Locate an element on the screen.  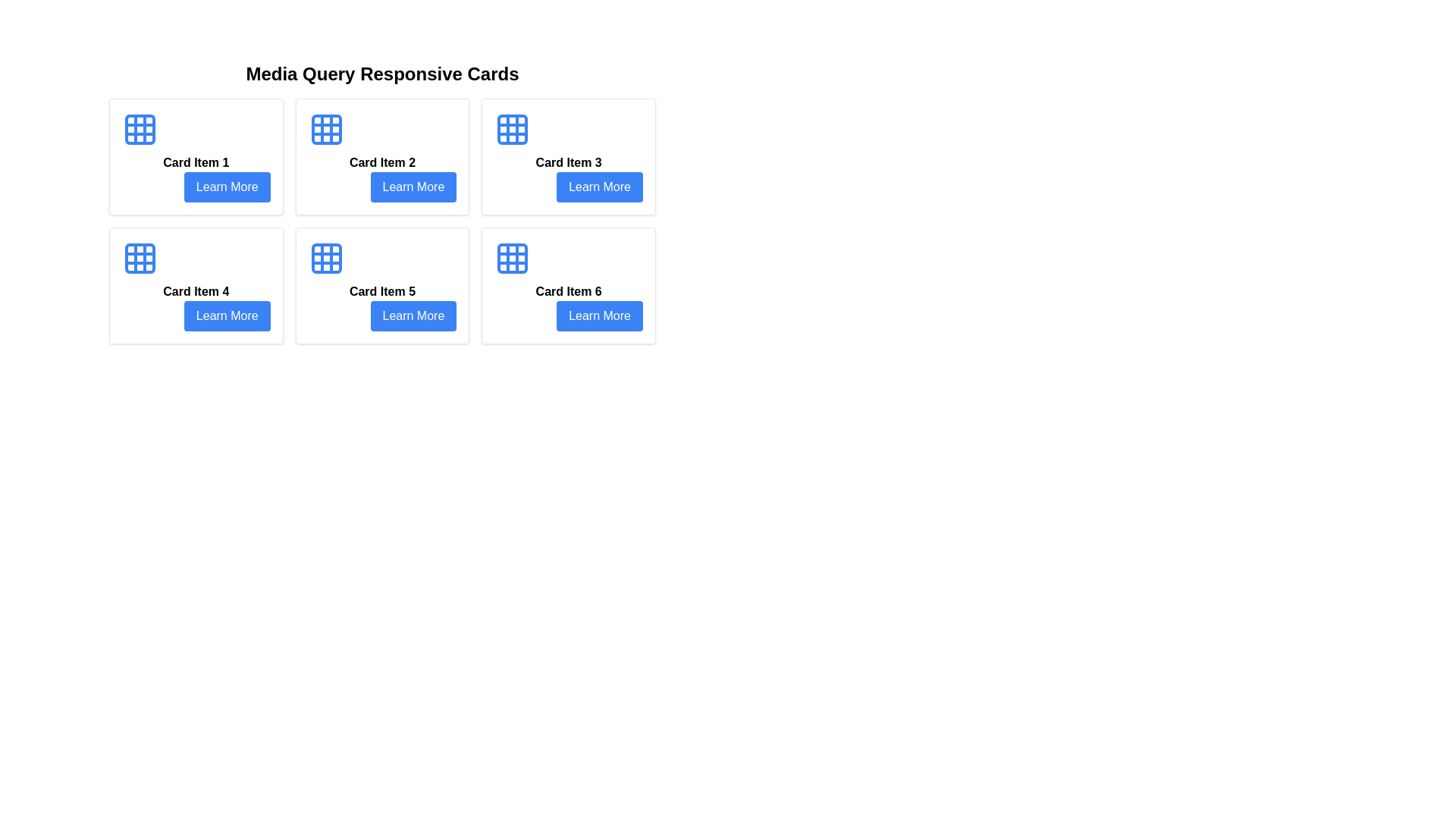
the Grid icon (SVG graphical element) located at the top-left corner of the first card labeled 'Card Item 1', which is positioned above the text 'Card Item 1' and to the left of the 'Learn More' button is located at coordinates (140, 128).